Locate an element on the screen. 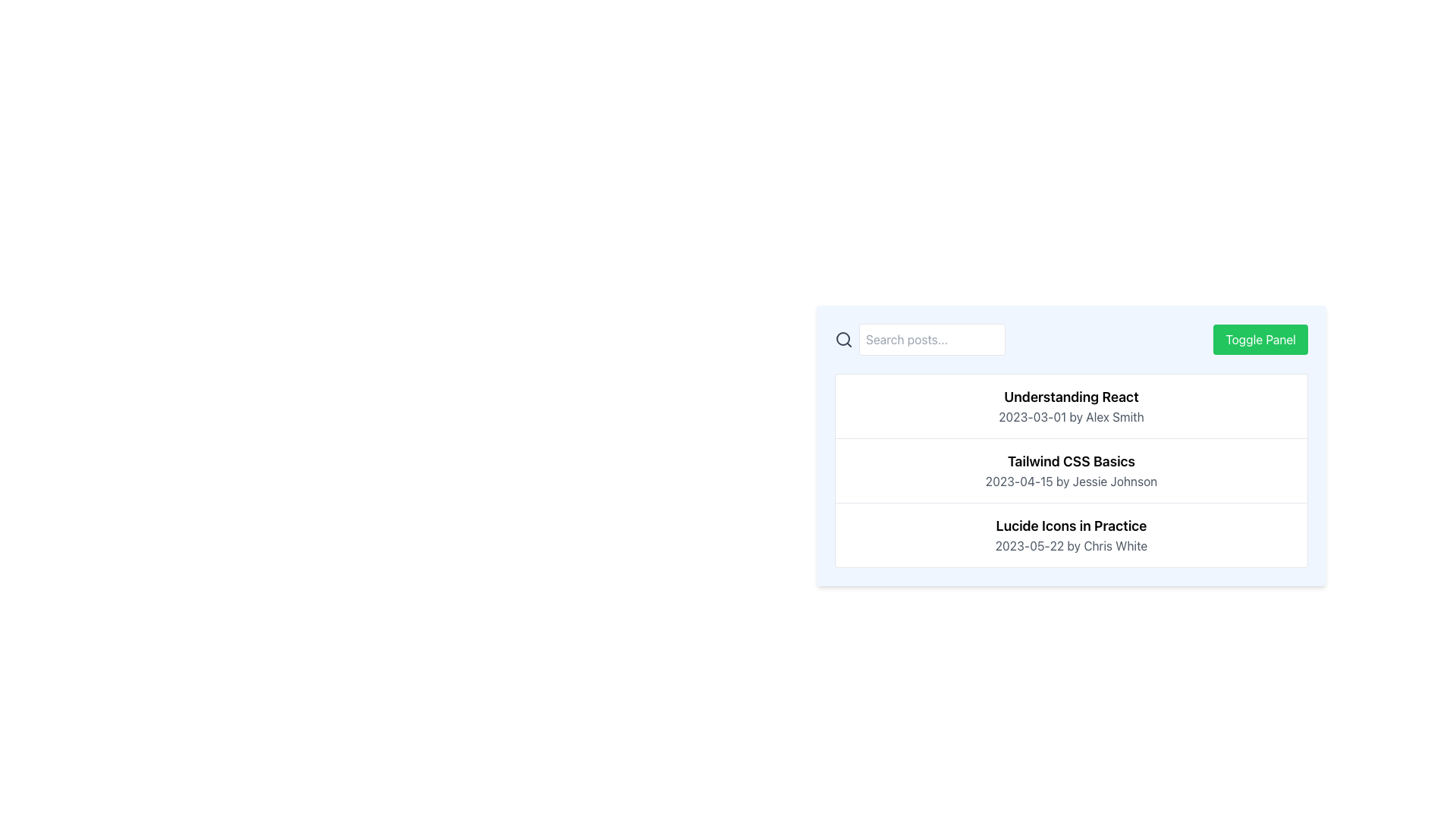 The width and height of the screenshot is (1456, 819). the text label 'Understanding React' is located at coordinates (1070, 397).